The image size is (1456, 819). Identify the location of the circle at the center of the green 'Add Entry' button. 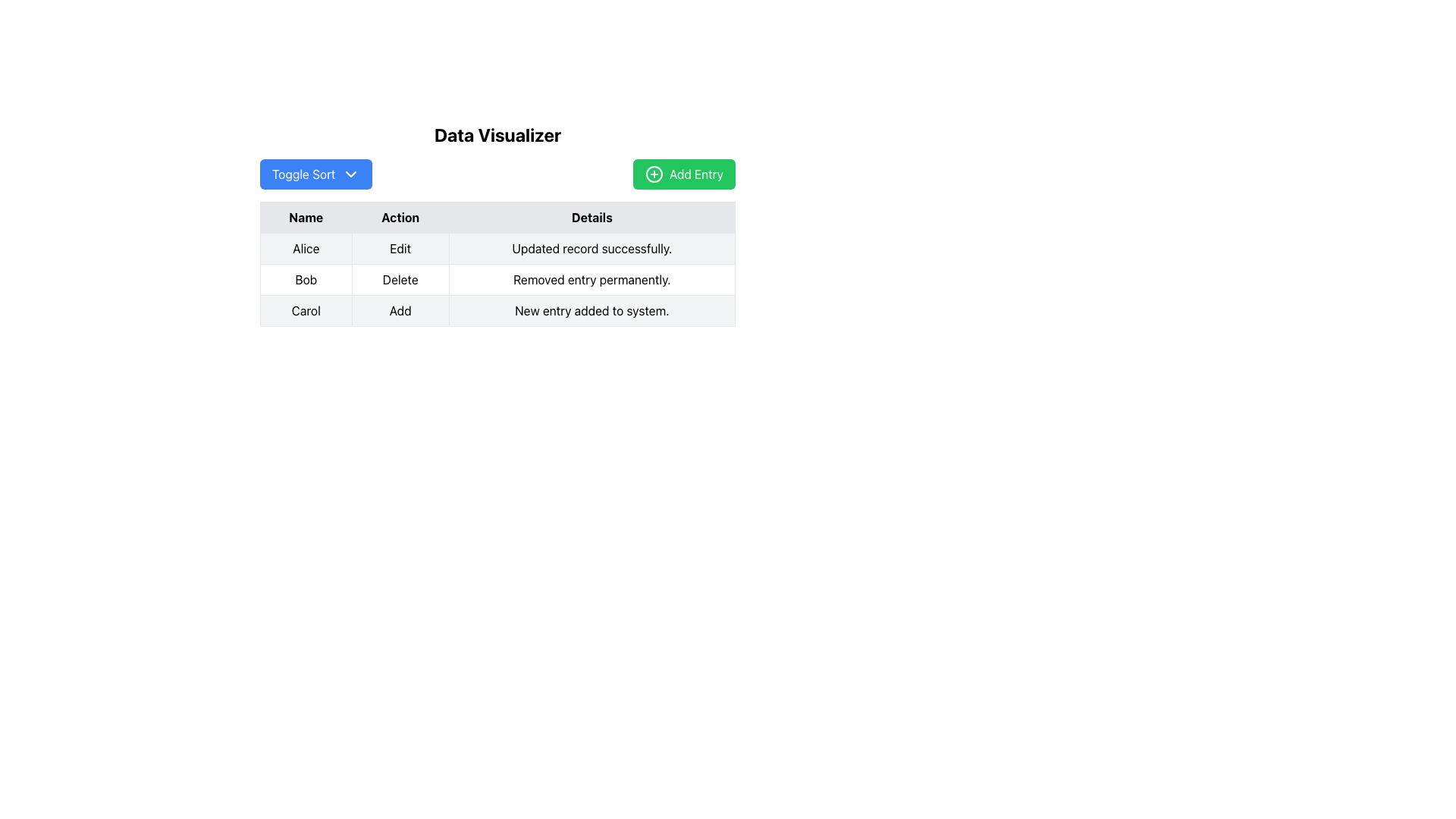
(654, 174).